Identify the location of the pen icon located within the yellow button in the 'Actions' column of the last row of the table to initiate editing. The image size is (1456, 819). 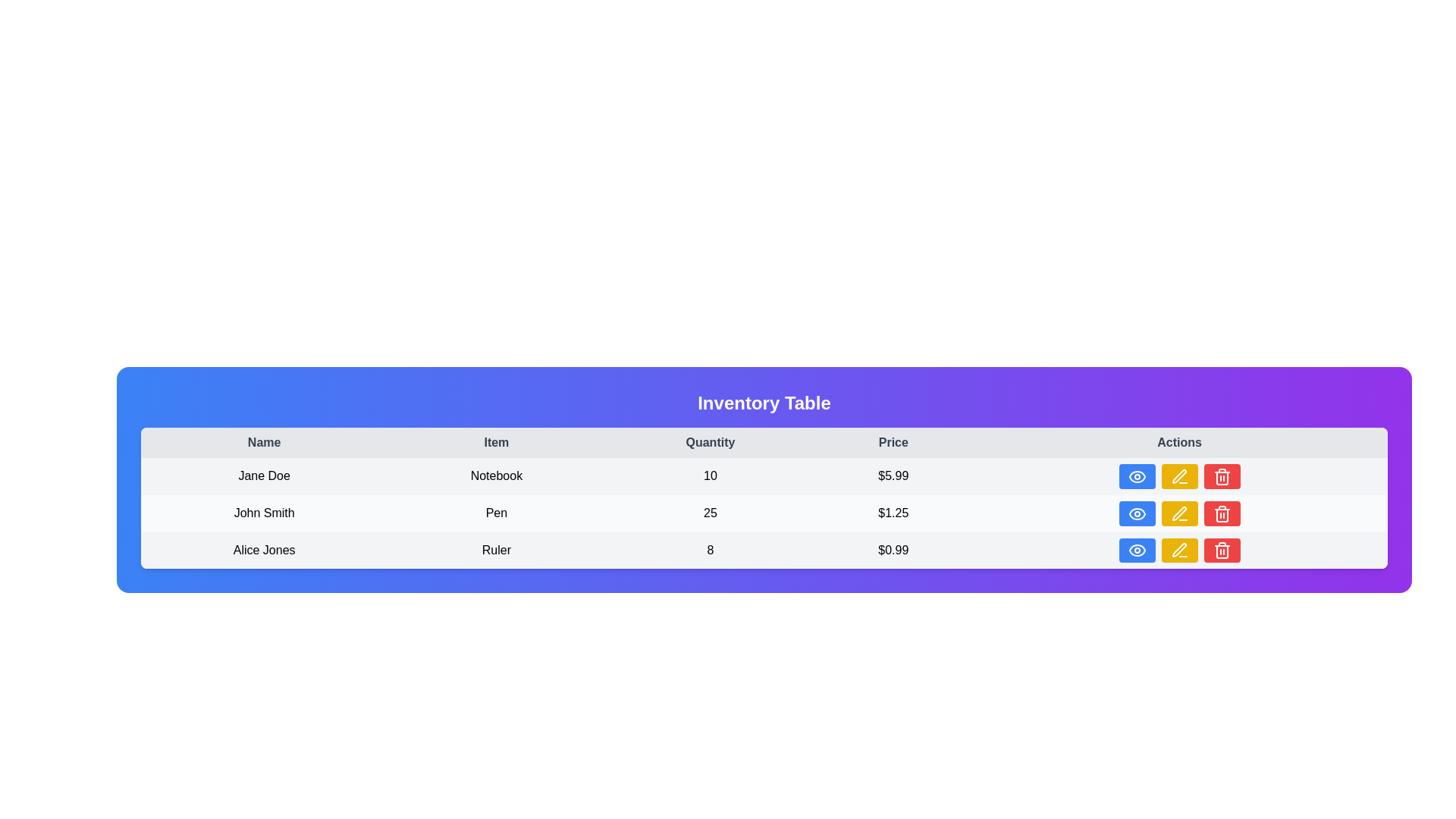
(1178, 551).